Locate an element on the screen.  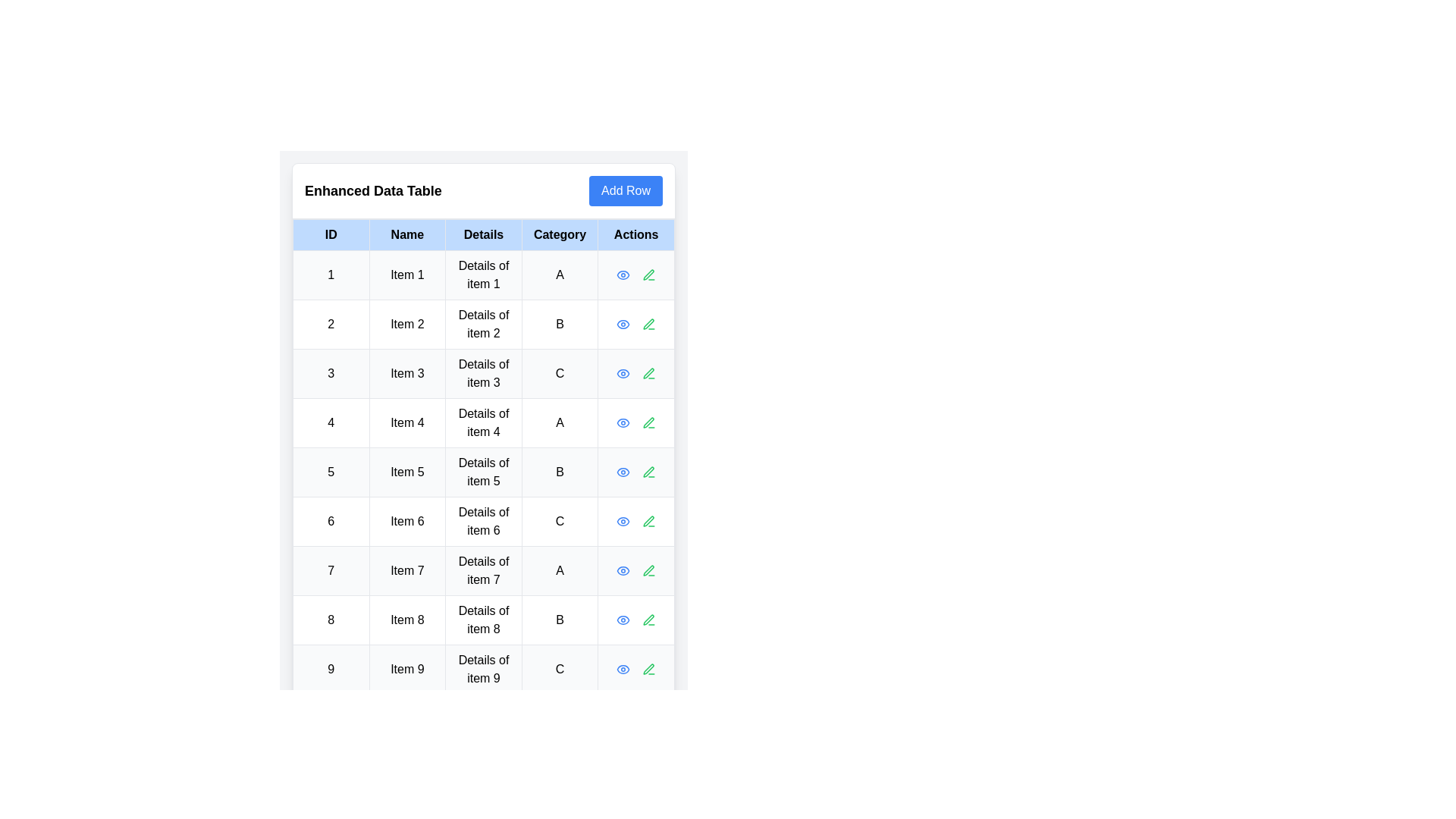
the blue eye-shaped button located in the 'Actions' column of the row labeled 'Item 9' and 'Category C' to invoke the details view is located at coordinates (623, 669).